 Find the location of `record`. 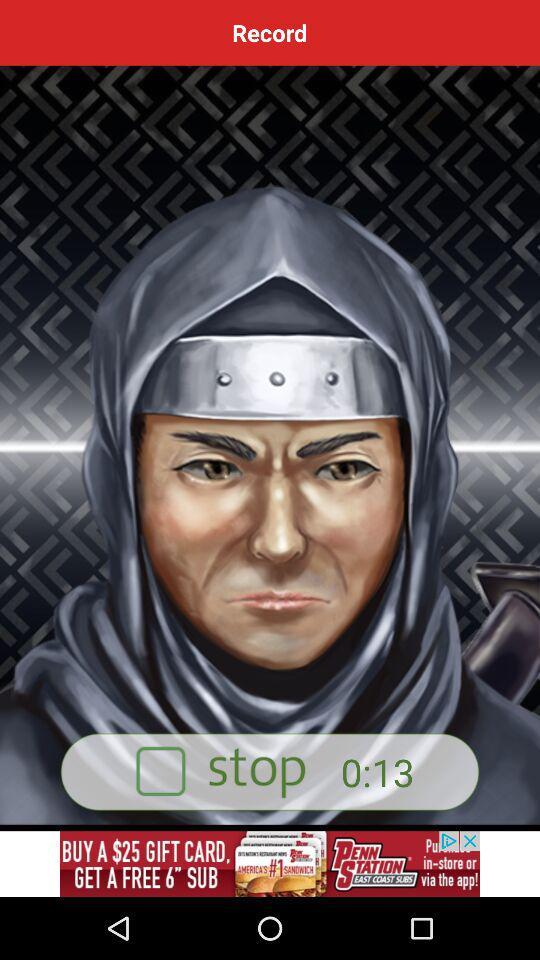

record is located at coordinates (270, 863).